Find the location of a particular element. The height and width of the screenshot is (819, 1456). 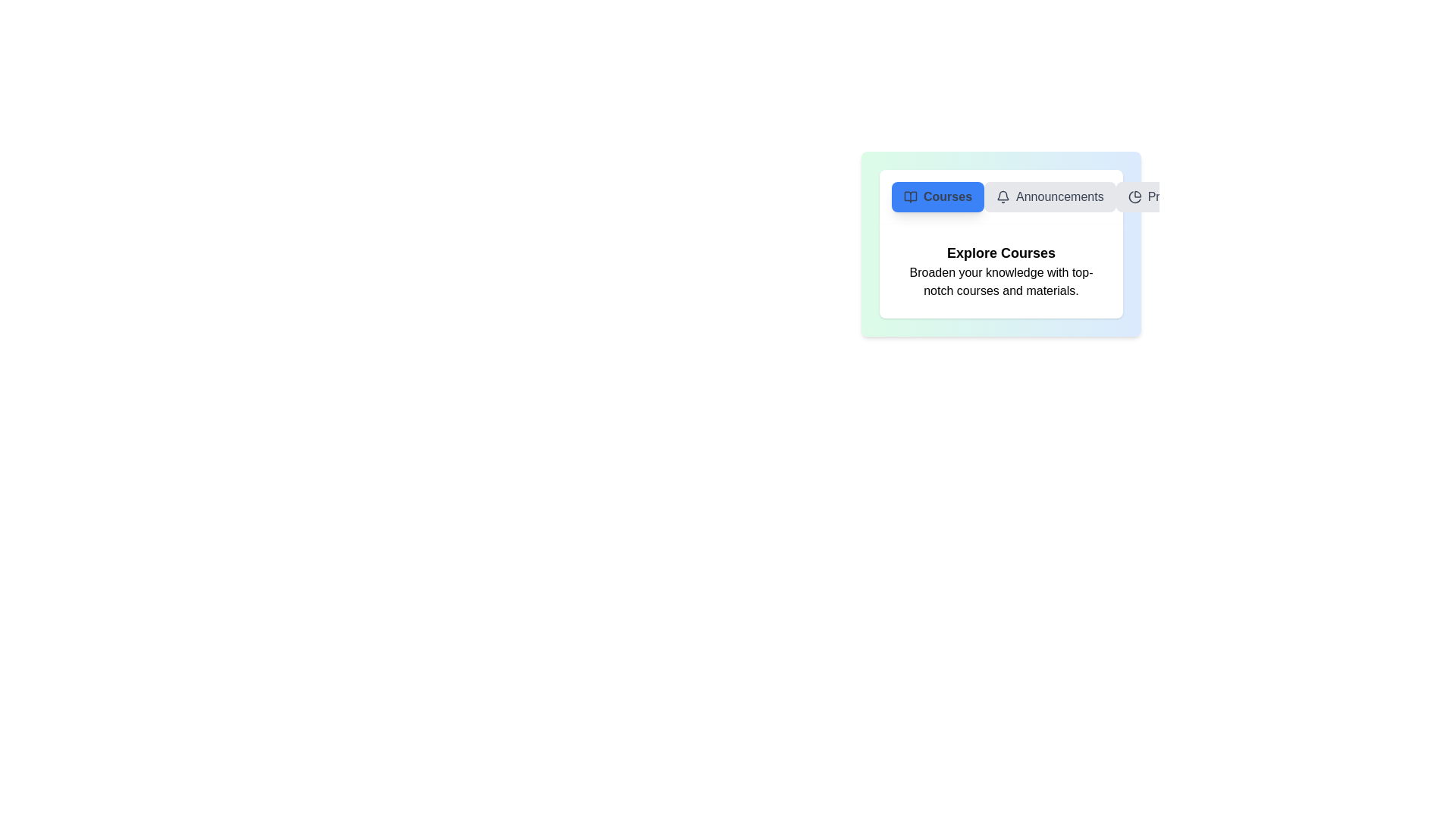

the navigation menu bar at the center point is located at coordinates (1001, 196).